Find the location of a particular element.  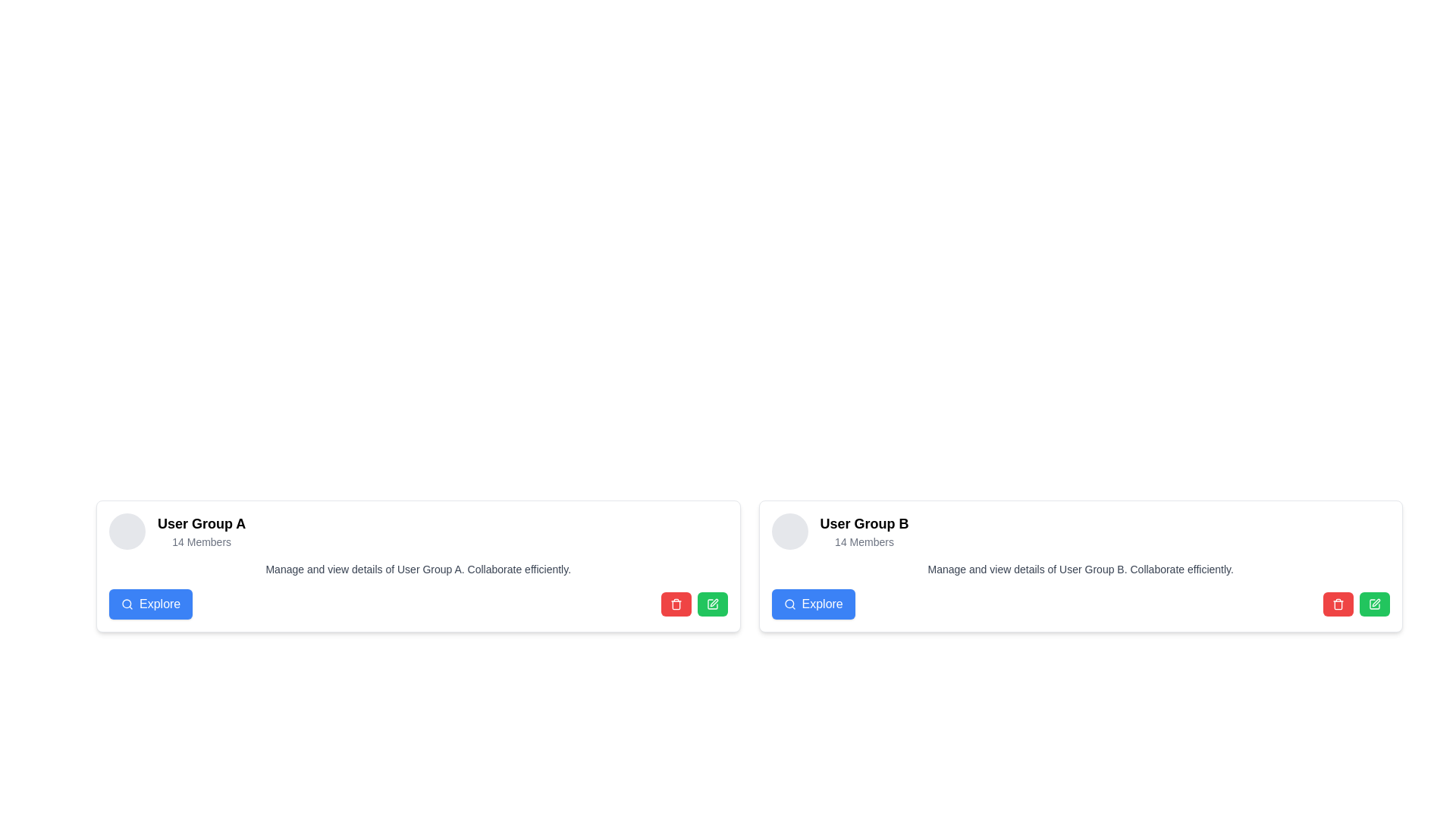

the edit icon located within the green button in the bottom-right corner of the card for 'User Group B' is located at coordinates (713, 601).